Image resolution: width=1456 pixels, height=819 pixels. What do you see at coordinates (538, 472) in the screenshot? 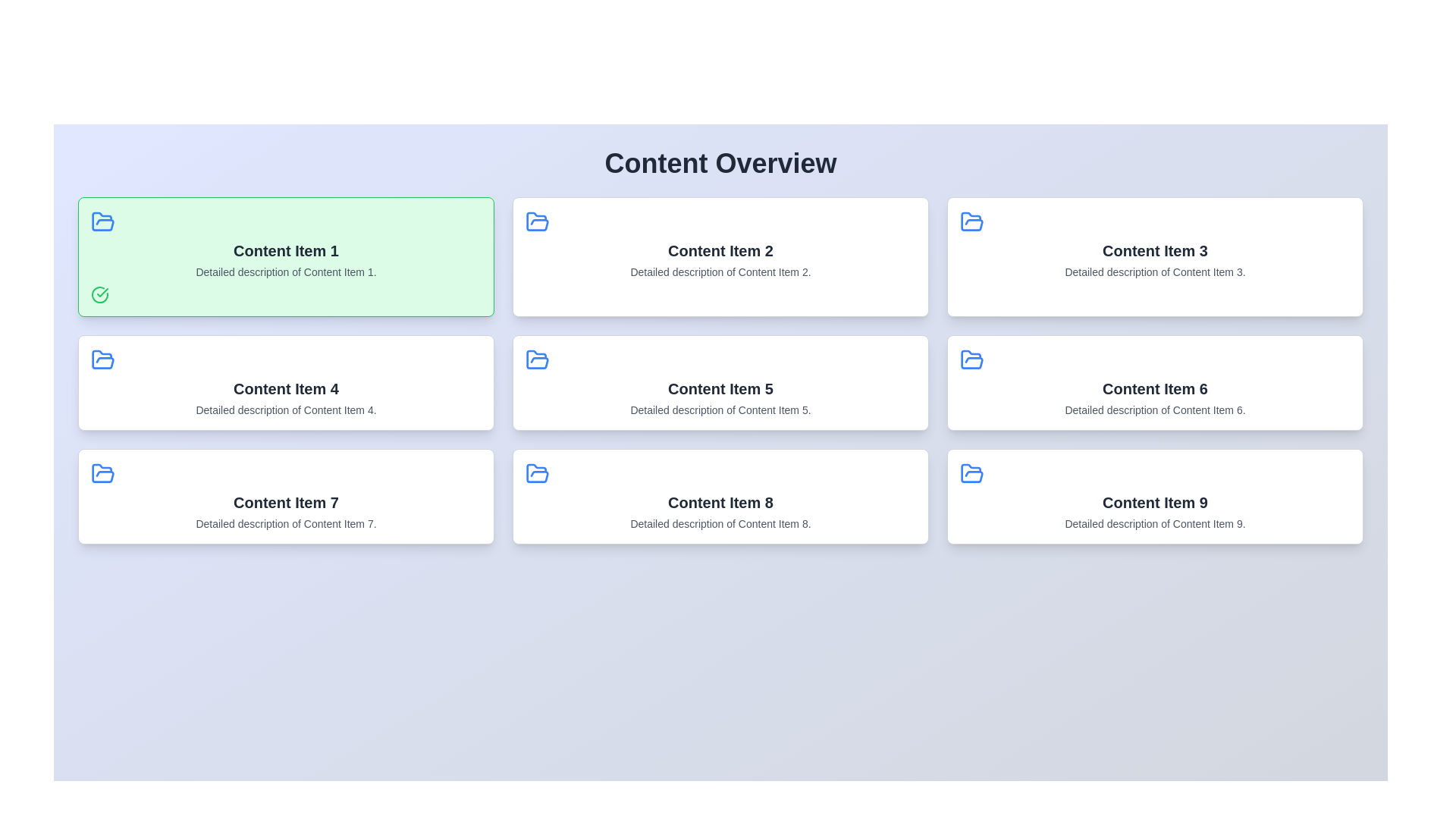
I see `the blue rounded folder icon located` at bounding box center [538, 472].